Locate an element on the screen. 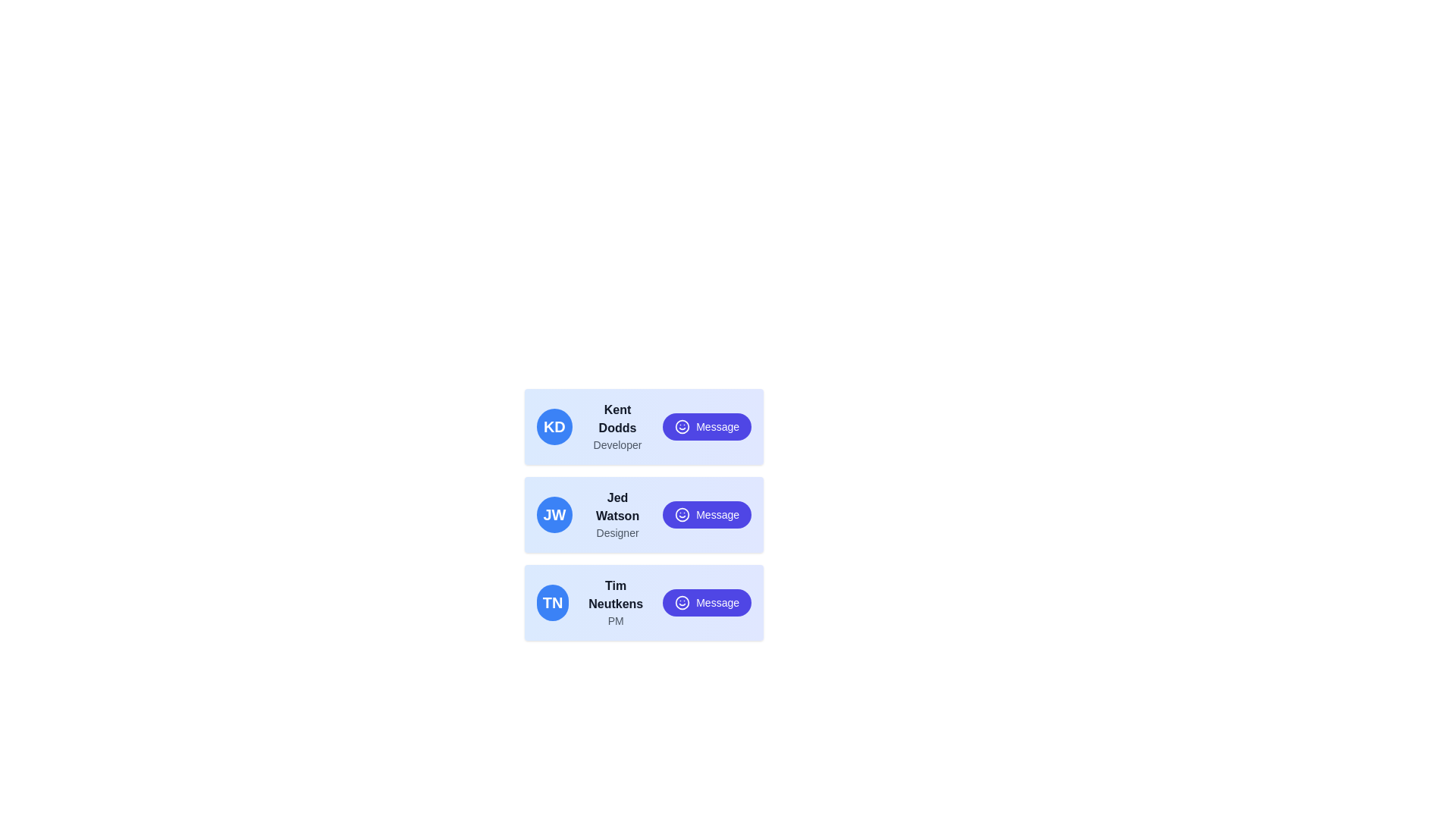  the rounded rectangular button with a rich indigo background and white text reading 'Message', which is located at the rightmost side of the card about Kent Dodds, to send a message is located at coordinates (706, 427).